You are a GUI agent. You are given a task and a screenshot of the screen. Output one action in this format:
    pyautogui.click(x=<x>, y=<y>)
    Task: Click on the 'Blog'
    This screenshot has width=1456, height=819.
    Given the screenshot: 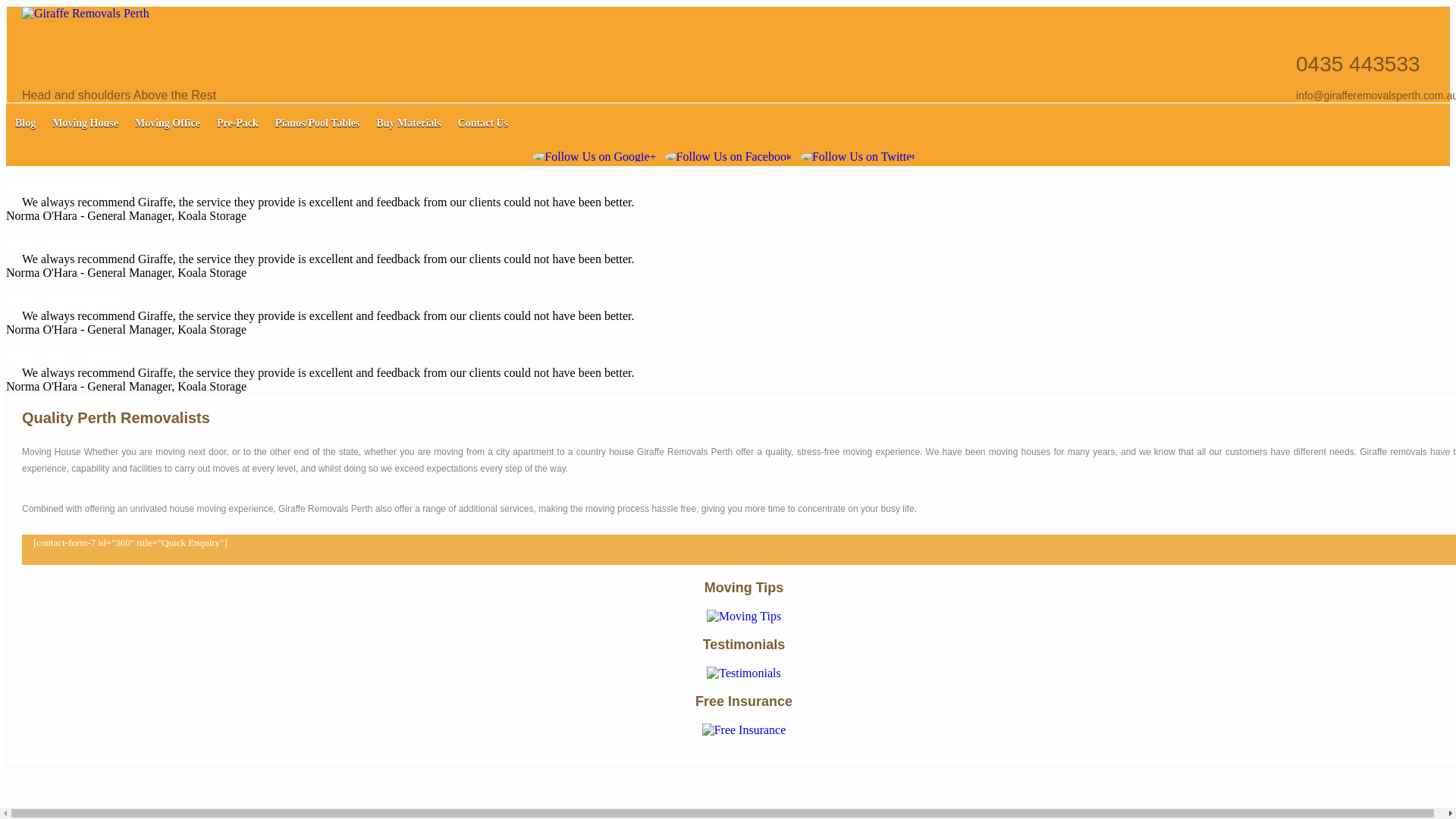 What is the action you would take?
    pyautogui.click(x=25, y=122)
    